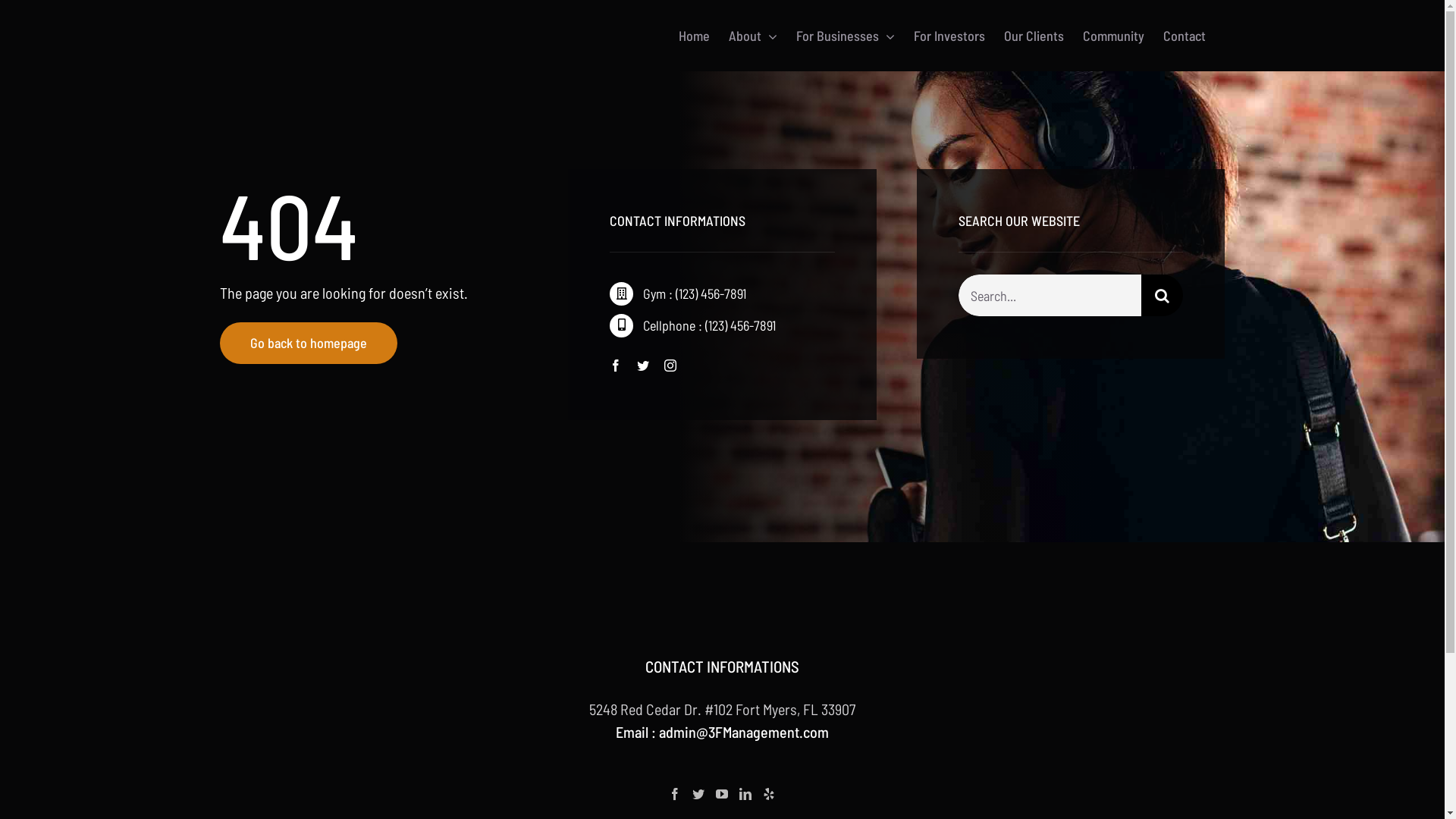 The width and height of the screenshot is (1456, 819). What do you see at coordinates (1183, 34) in the screenshot?
I see `'Contact'` at bounding box center [1183, 34].